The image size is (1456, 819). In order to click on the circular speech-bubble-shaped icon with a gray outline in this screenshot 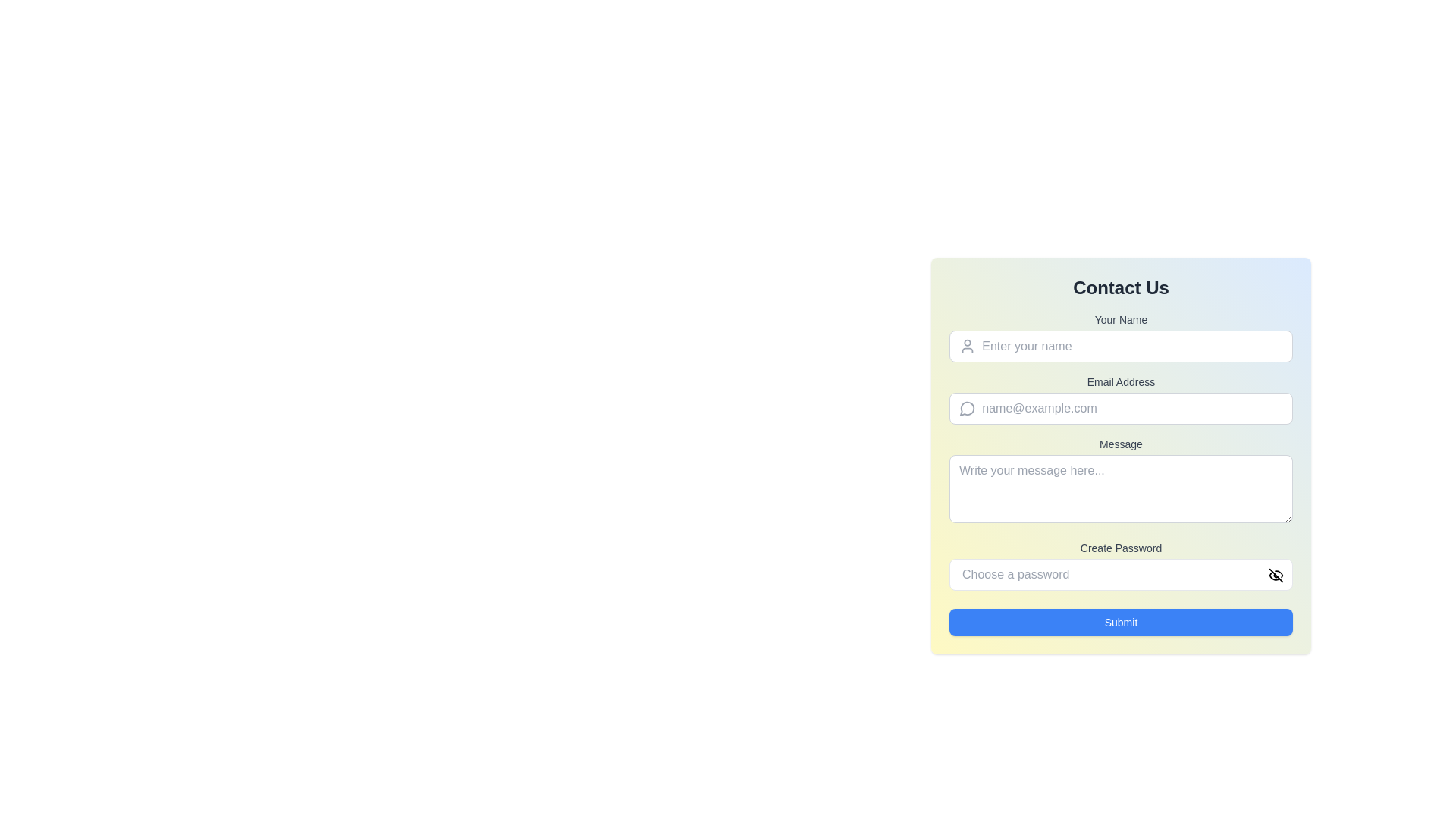, I will do `click(967, 408)`.